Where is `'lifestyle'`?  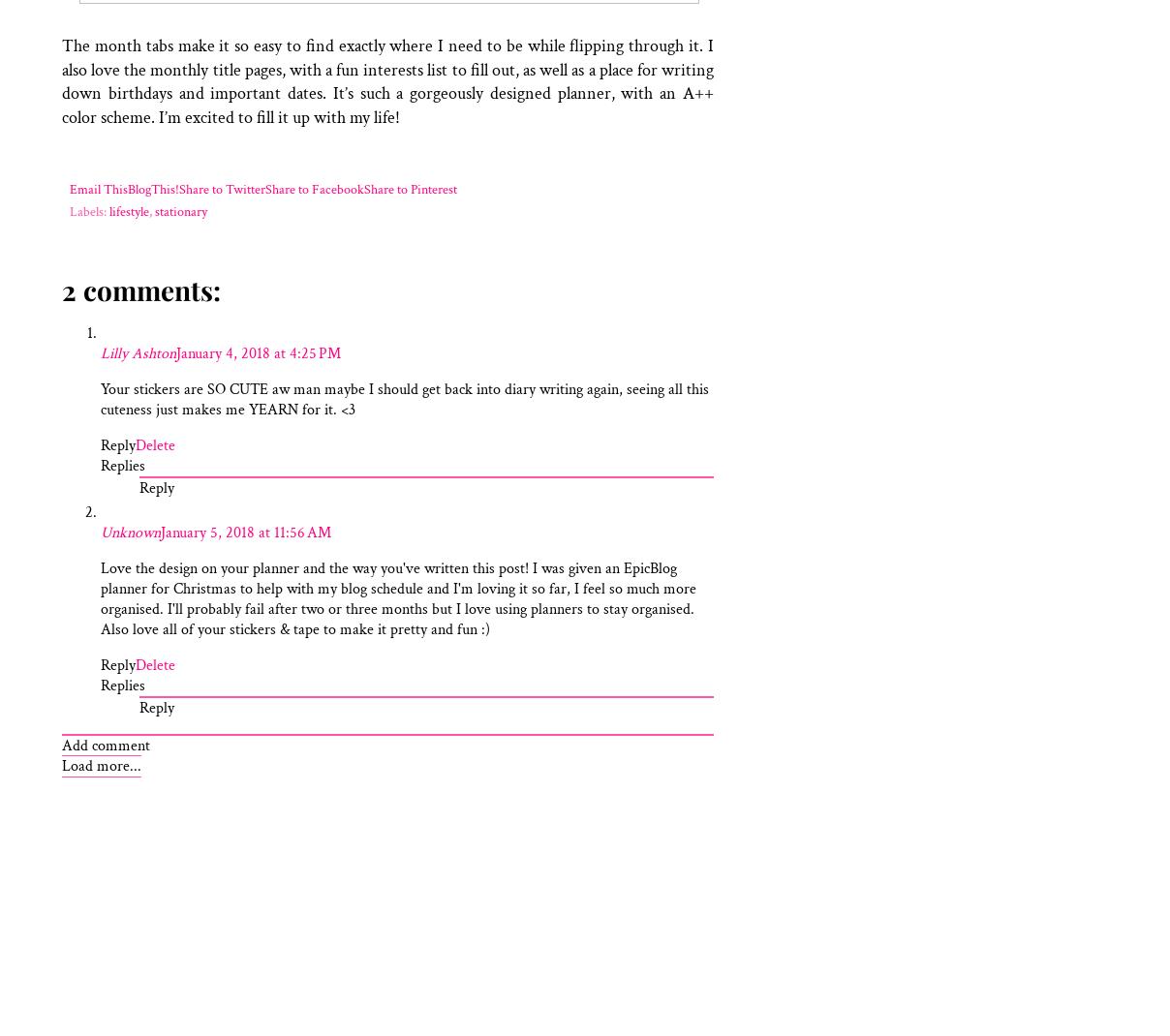
'lifestyle' is located at coordinates (128, 210).